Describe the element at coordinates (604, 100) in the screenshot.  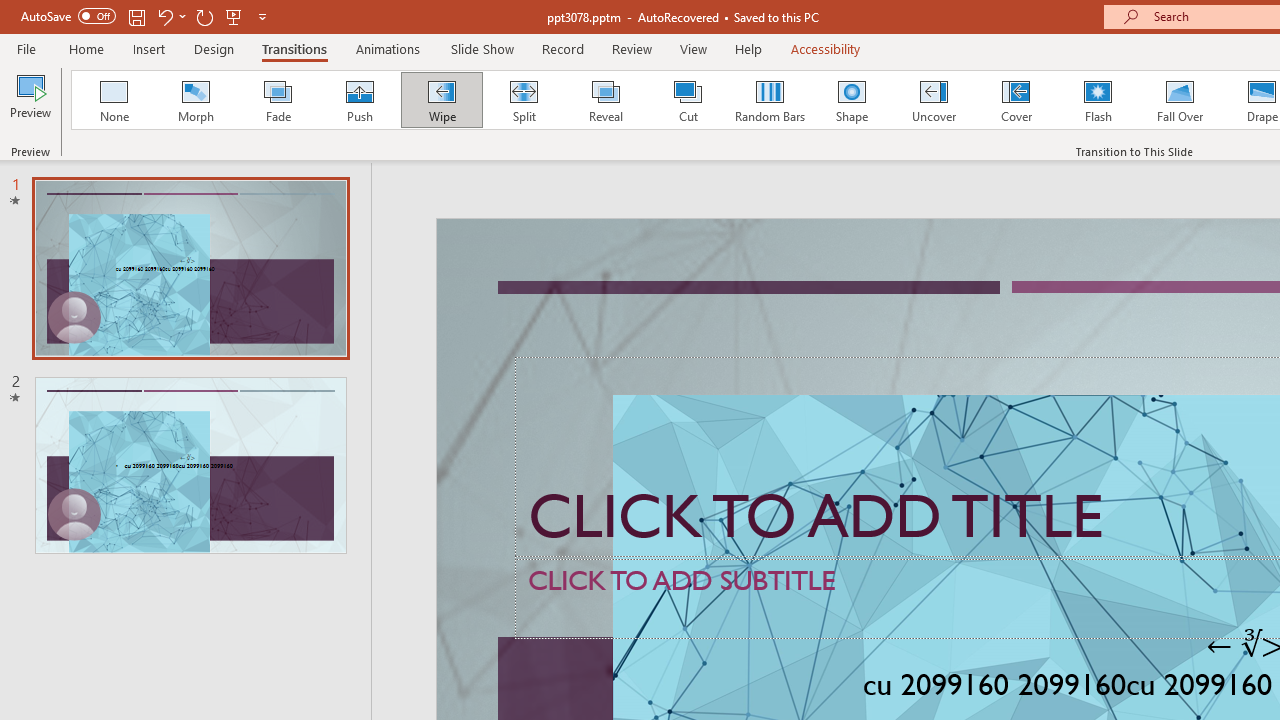
I see `'Reveal'` at that location.